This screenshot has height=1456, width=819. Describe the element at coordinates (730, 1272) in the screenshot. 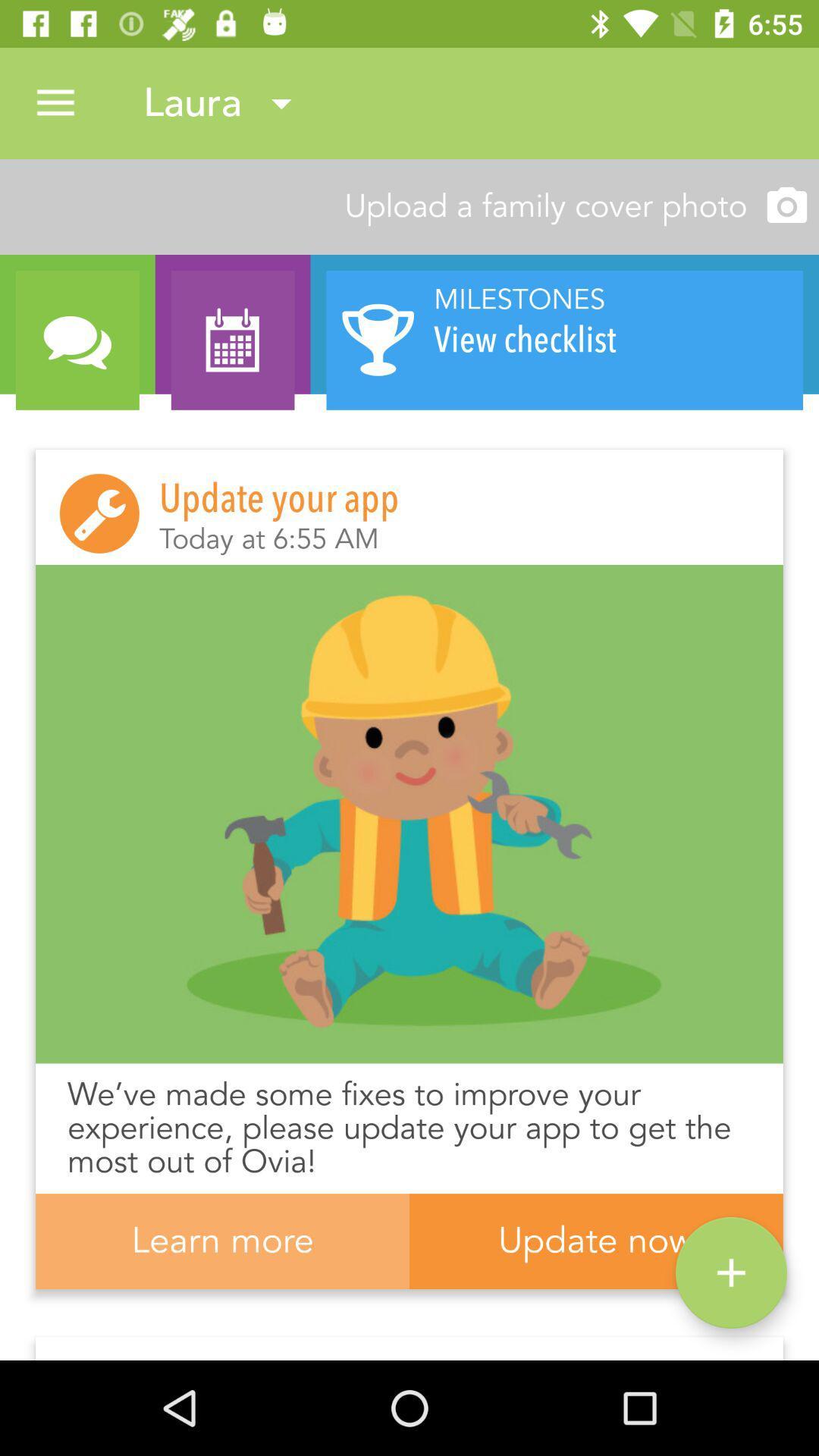

I see `icon next to learn more icon` at that location.